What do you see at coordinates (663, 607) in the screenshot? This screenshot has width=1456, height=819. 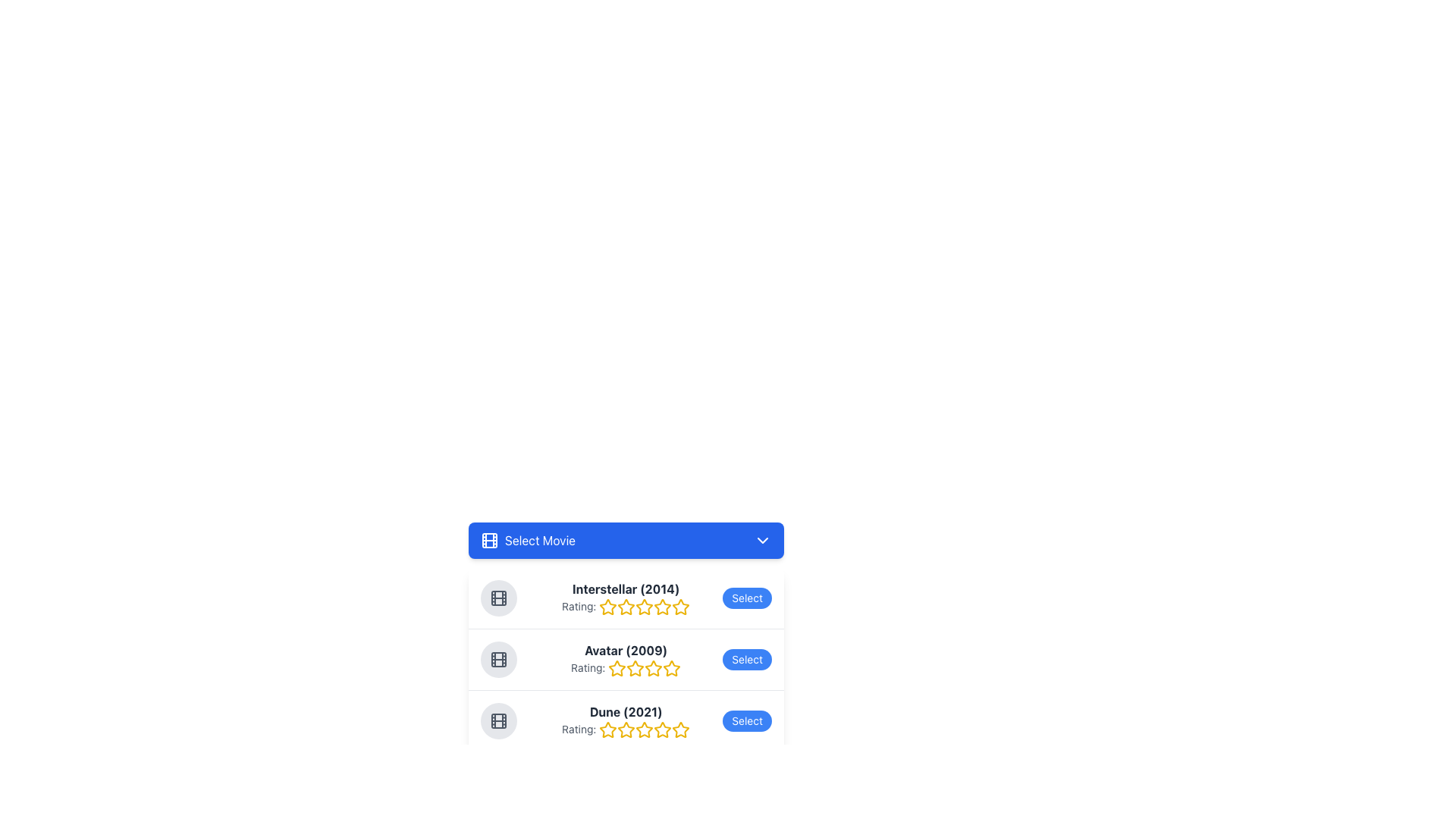 I see `the fourth star icon representing the rating for the movie 'Interstellar (2014)'` at bounding box center [663, 607].